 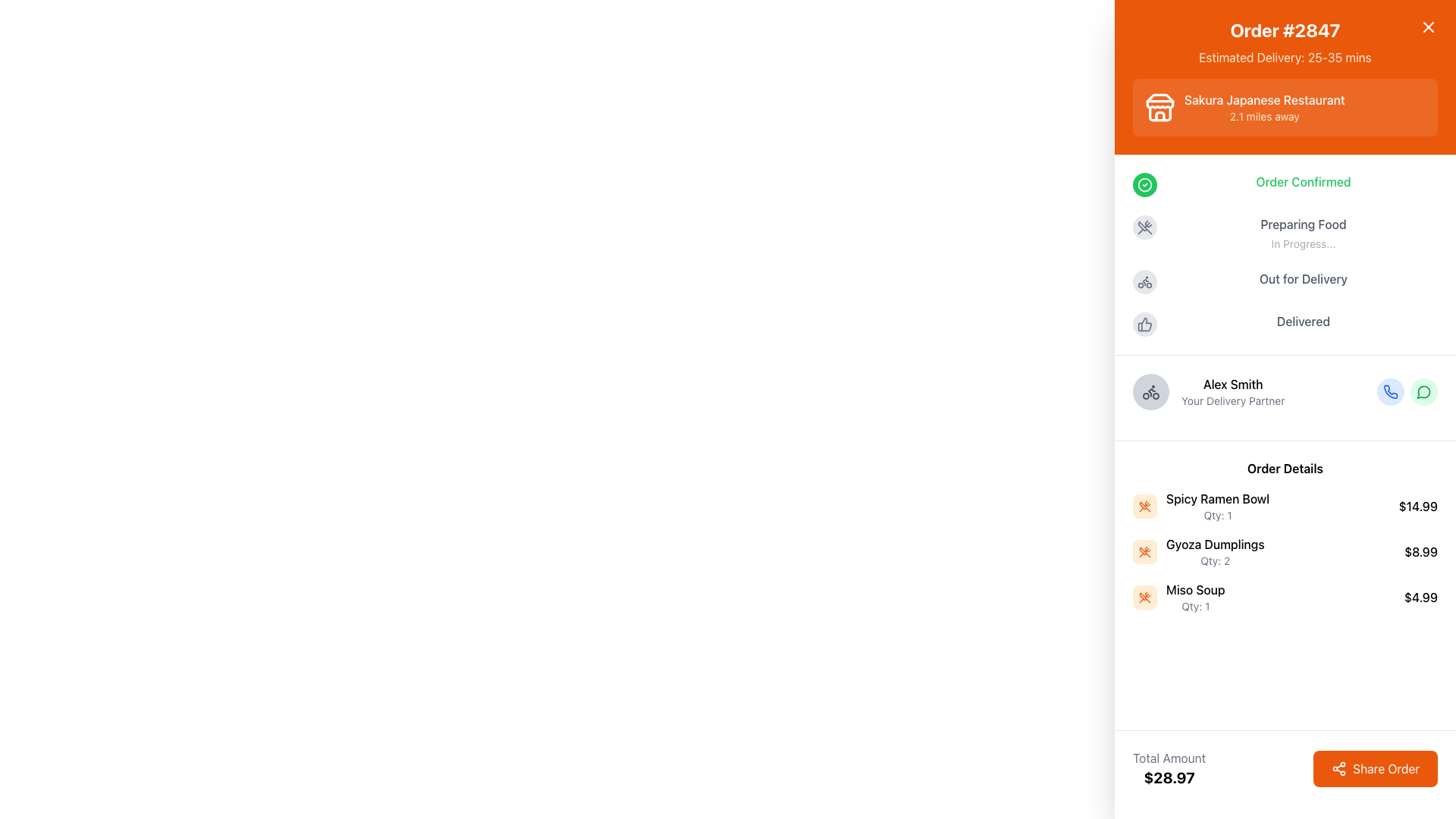 What do you see at coordinates (1145, 552) in the screenshot?
I see `the food item icon representing 'Gyoza Dumplings' in the order list located in the 'Order Details' section` at bounding box center [1145, 552].